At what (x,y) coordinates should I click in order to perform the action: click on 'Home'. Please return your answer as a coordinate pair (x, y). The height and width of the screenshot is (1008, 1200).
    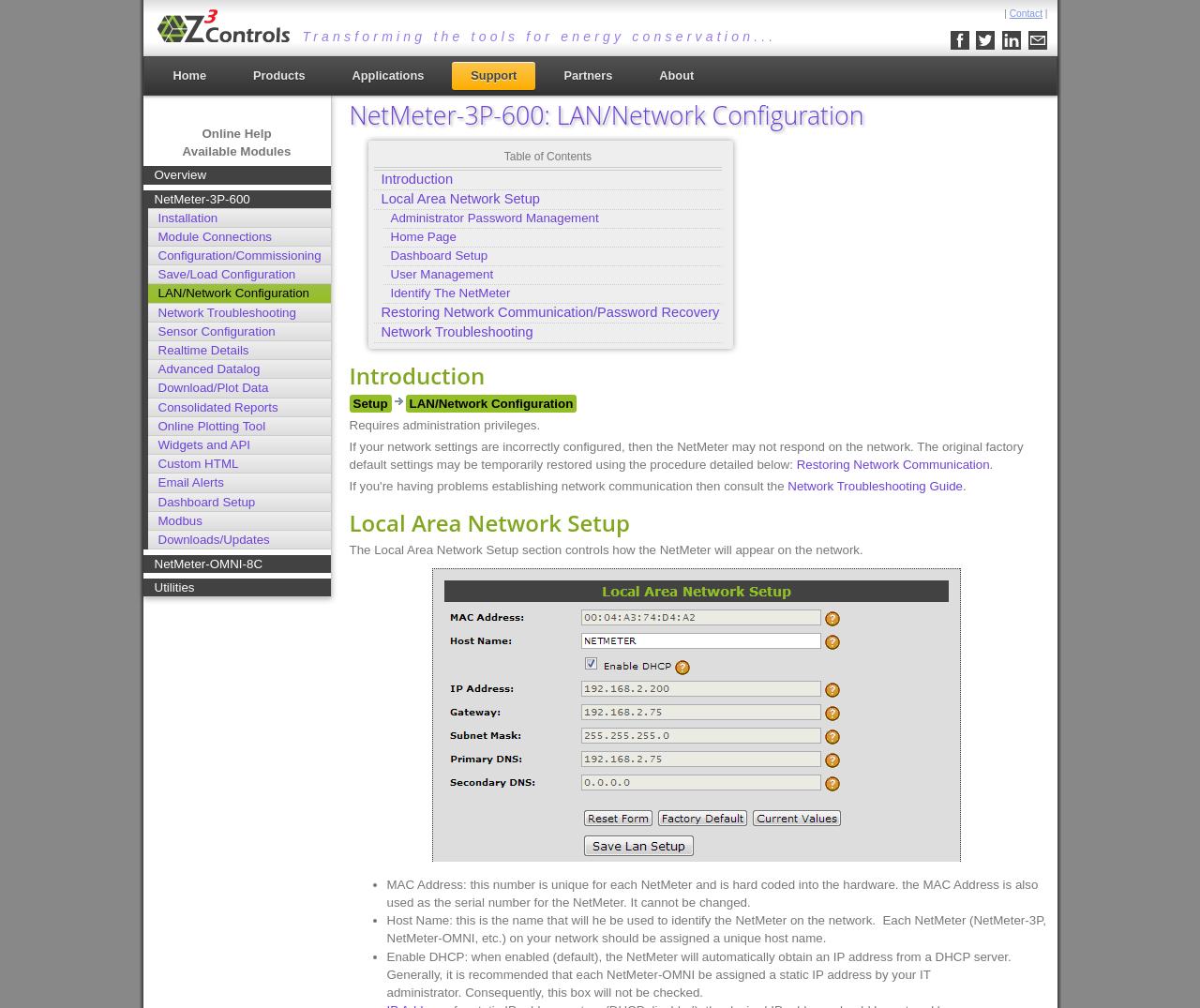
    Looking at the image, I should click on (188, 75).